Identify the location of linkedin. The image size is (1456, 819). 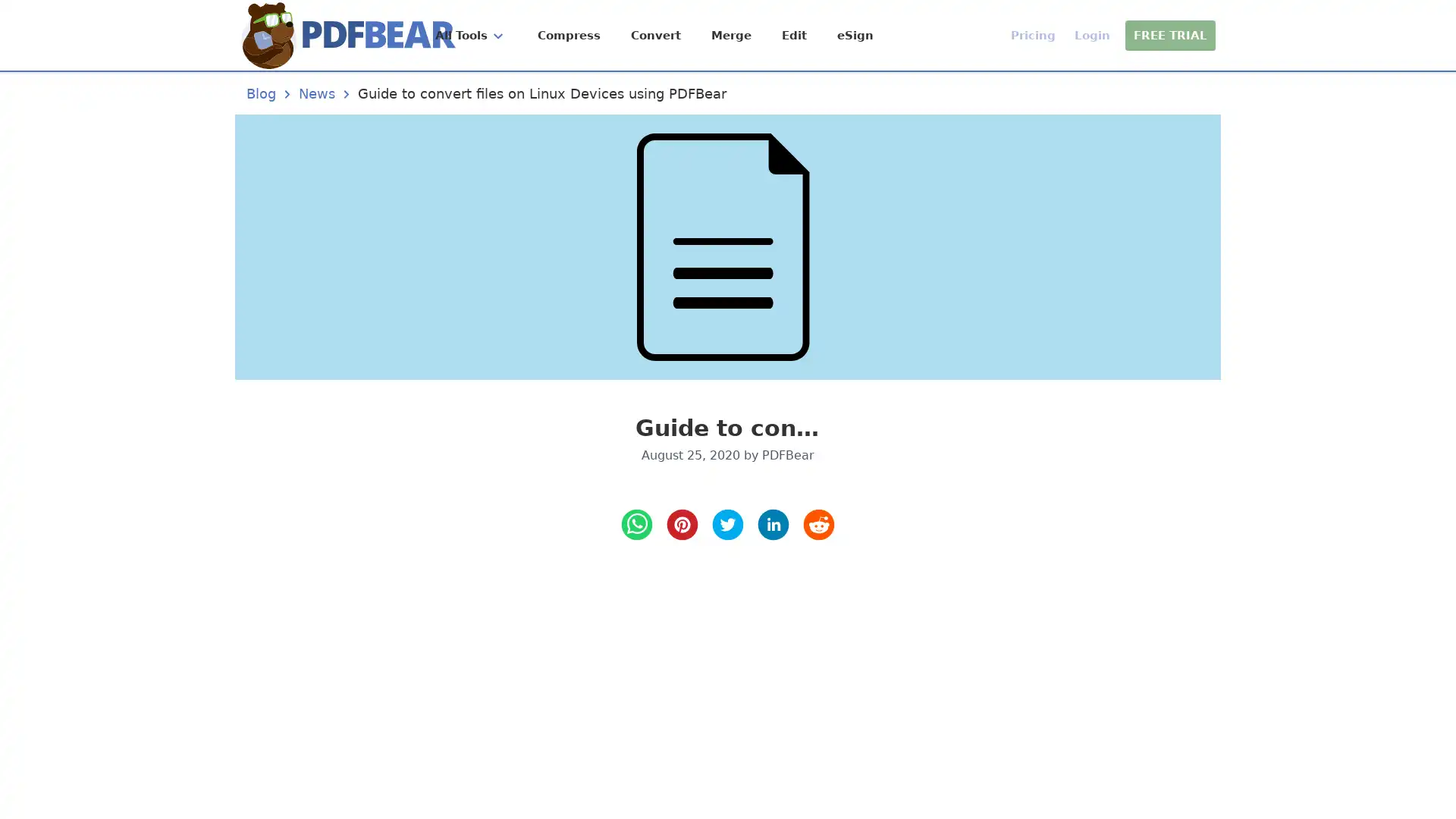
(773, 523).